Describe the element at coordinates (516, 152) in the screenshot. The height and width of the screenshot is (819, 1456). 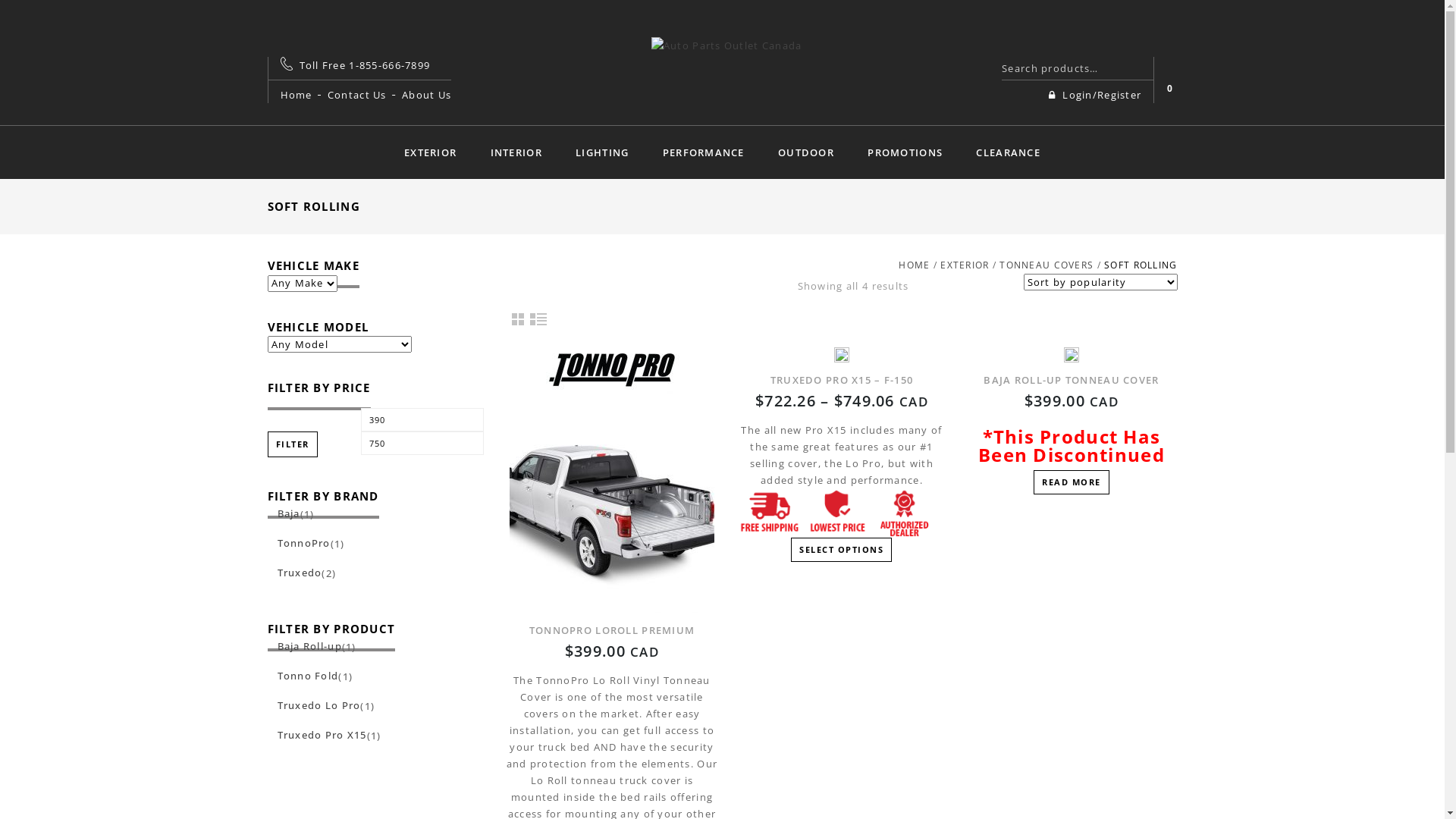
I see `'INTERIOR'` at that location.